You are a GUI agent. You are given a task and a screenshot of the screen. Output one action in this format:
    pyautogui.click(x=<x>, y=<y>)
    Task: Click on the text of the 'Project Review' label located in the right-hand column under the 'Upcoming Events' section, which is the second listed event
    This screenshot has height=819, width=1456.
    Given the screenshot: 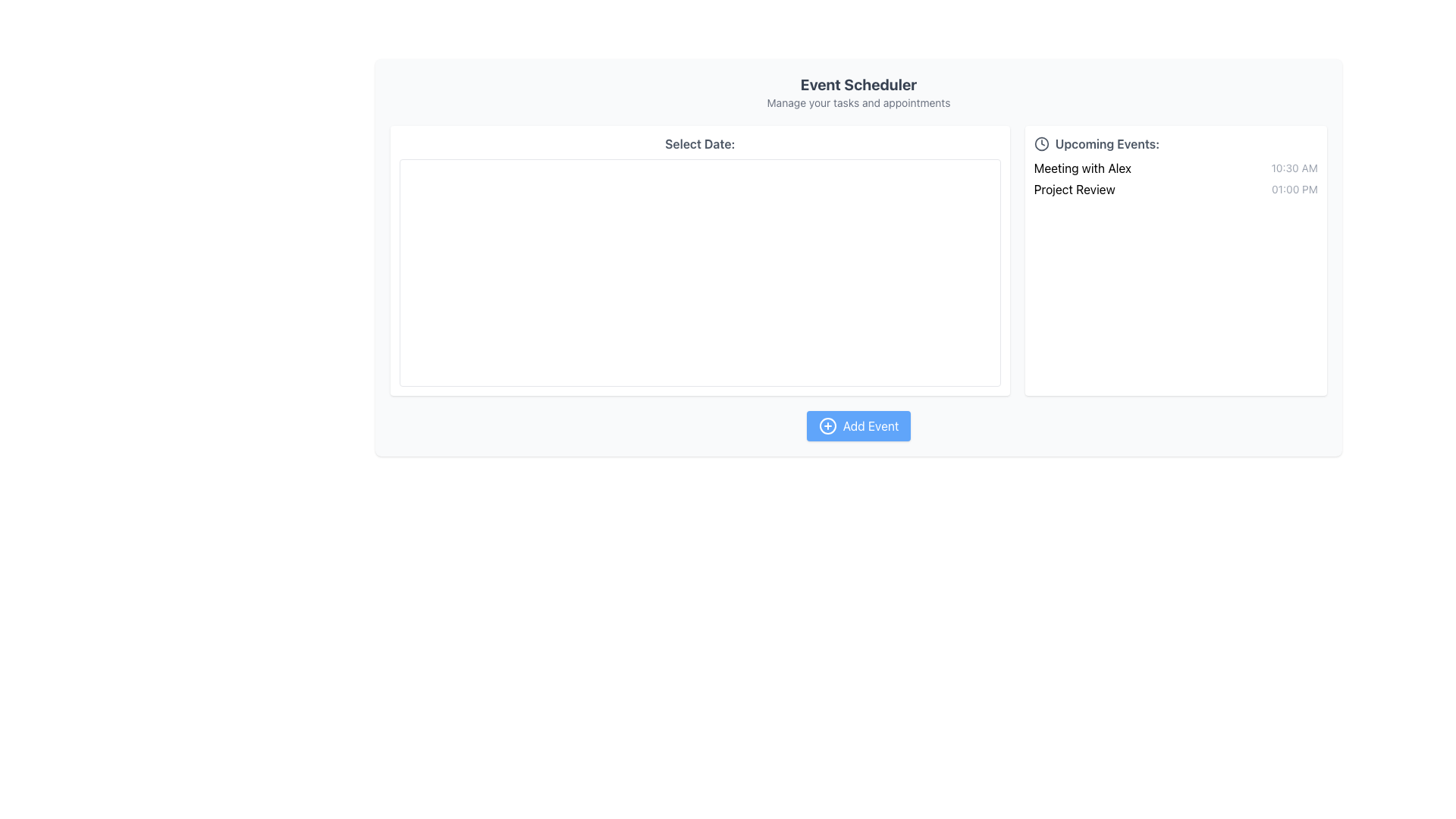 What is the action you would take?
    pyautogui.click(x=1074, y=189)
    